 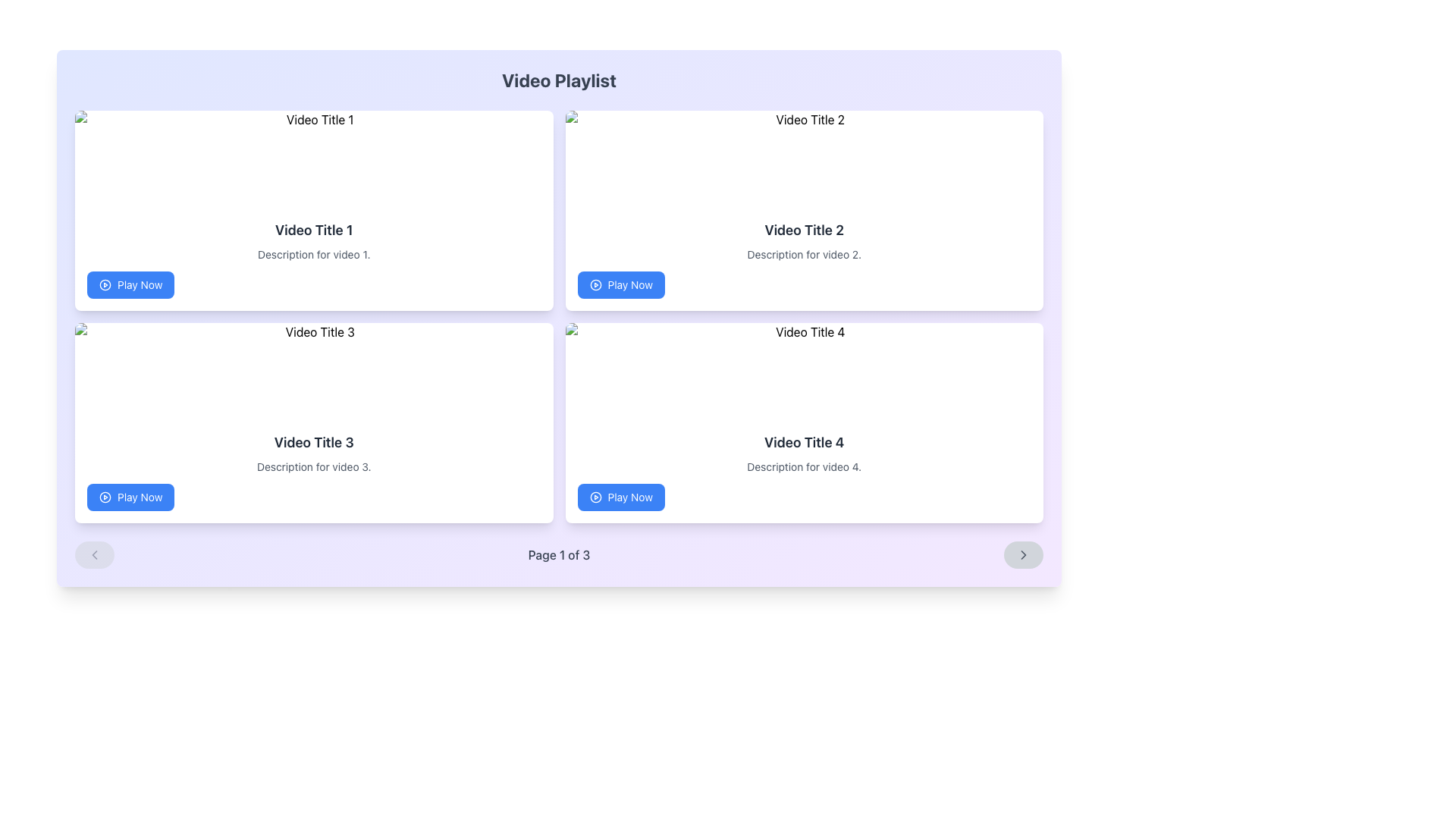 I want to click on the title text located in the upper-left video card, centered above the description text 'Description for video 1.' and the 'Play Now' button, so click(x=313, y=231).